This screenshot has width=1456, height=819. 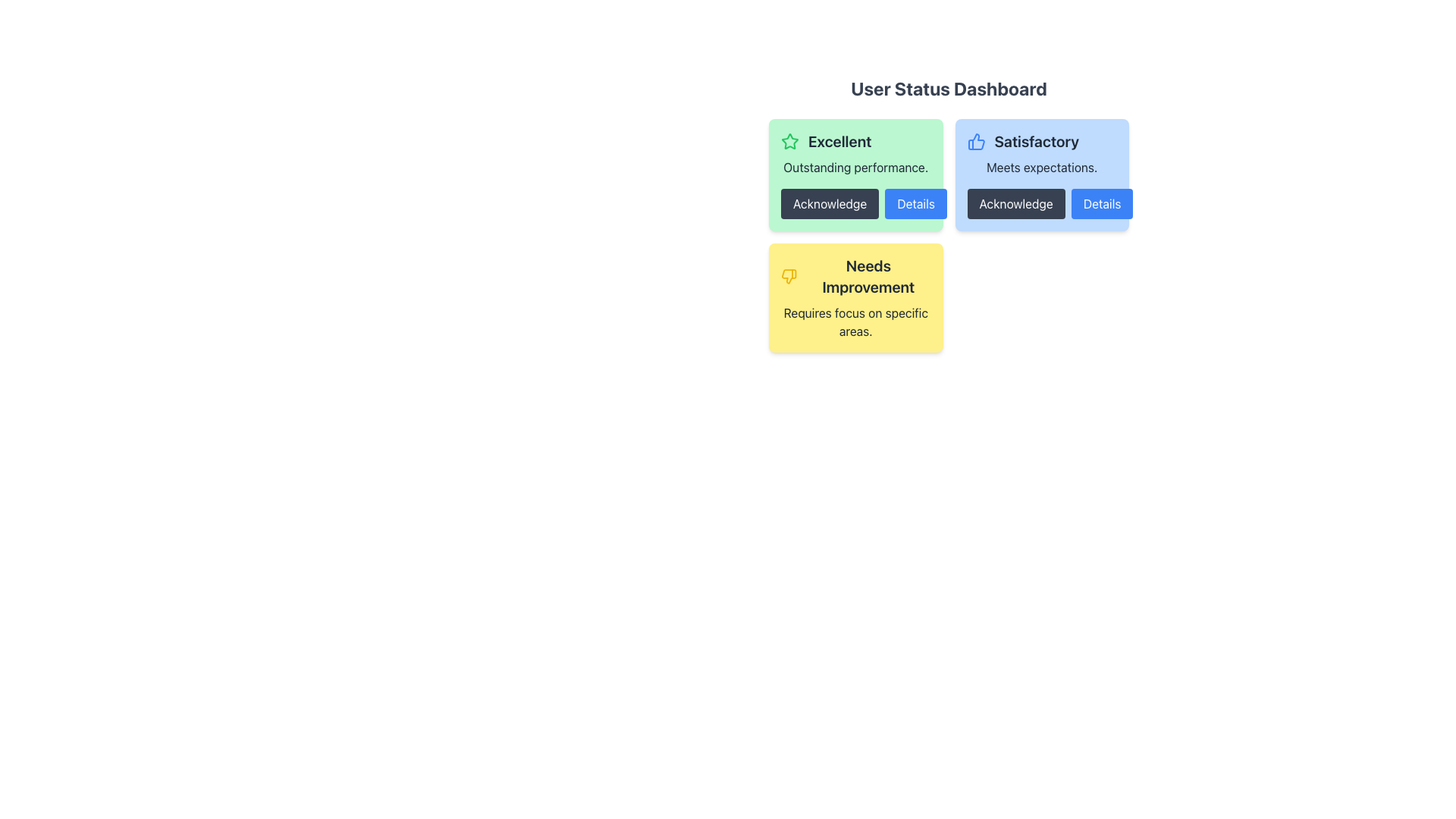 I want to click on the green outlined star icon located to the left of the word 'Excellent' within the green-highlighted box, so click(x=789, y=141).